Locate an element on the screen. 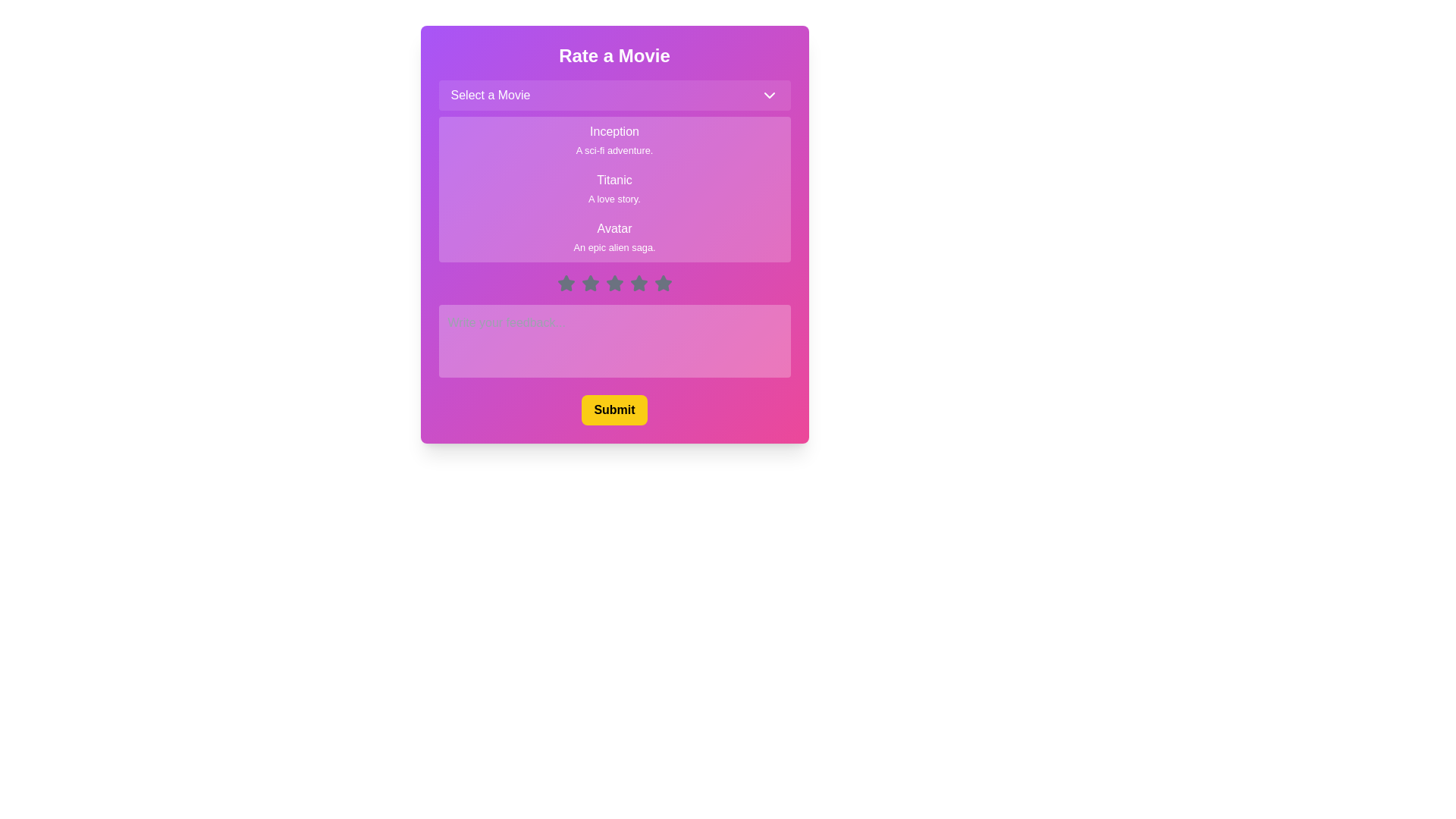  the label displaying 'Titanic' in white font within a vibrant purple rectangular area, located beneath the header 'Inception' and above 'Avatar' is located at coordinates (614, 180).